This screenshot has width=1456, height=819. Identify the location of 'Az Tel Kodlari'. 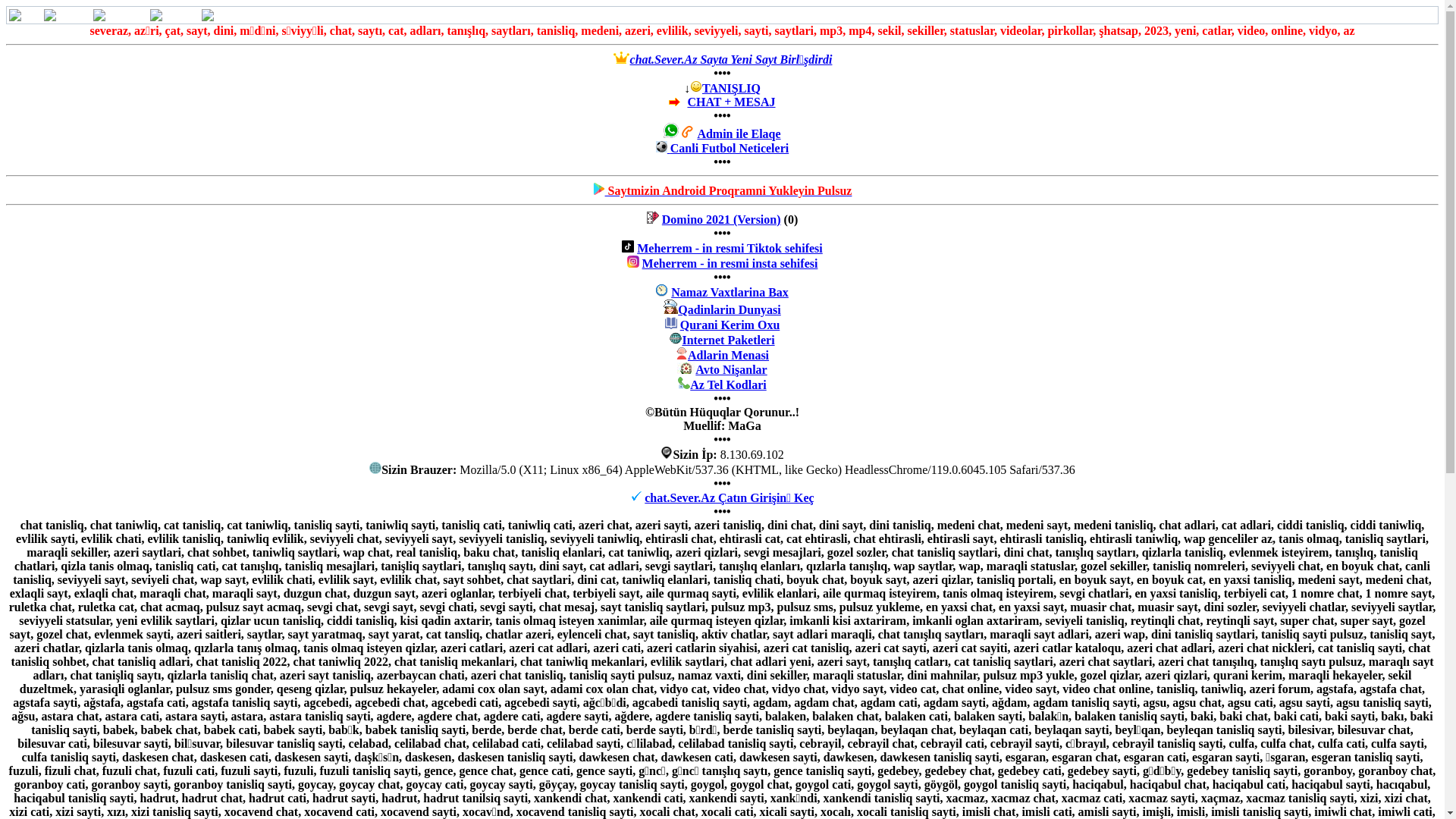
(728, 384).